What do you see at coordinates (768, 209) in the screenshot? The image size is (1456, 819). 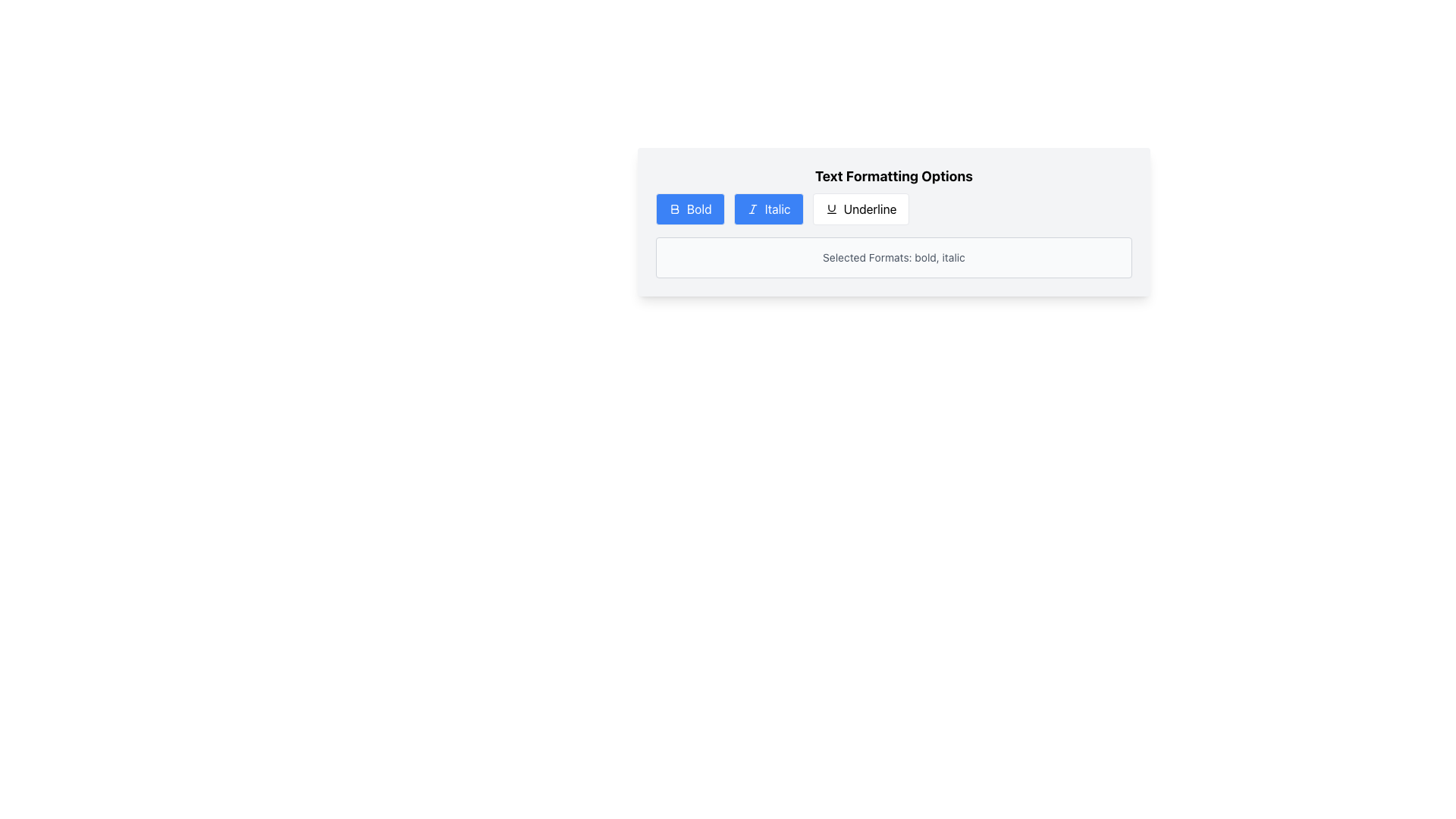 I see `the second button in the formatting options row` at bounding box center [768, 209].